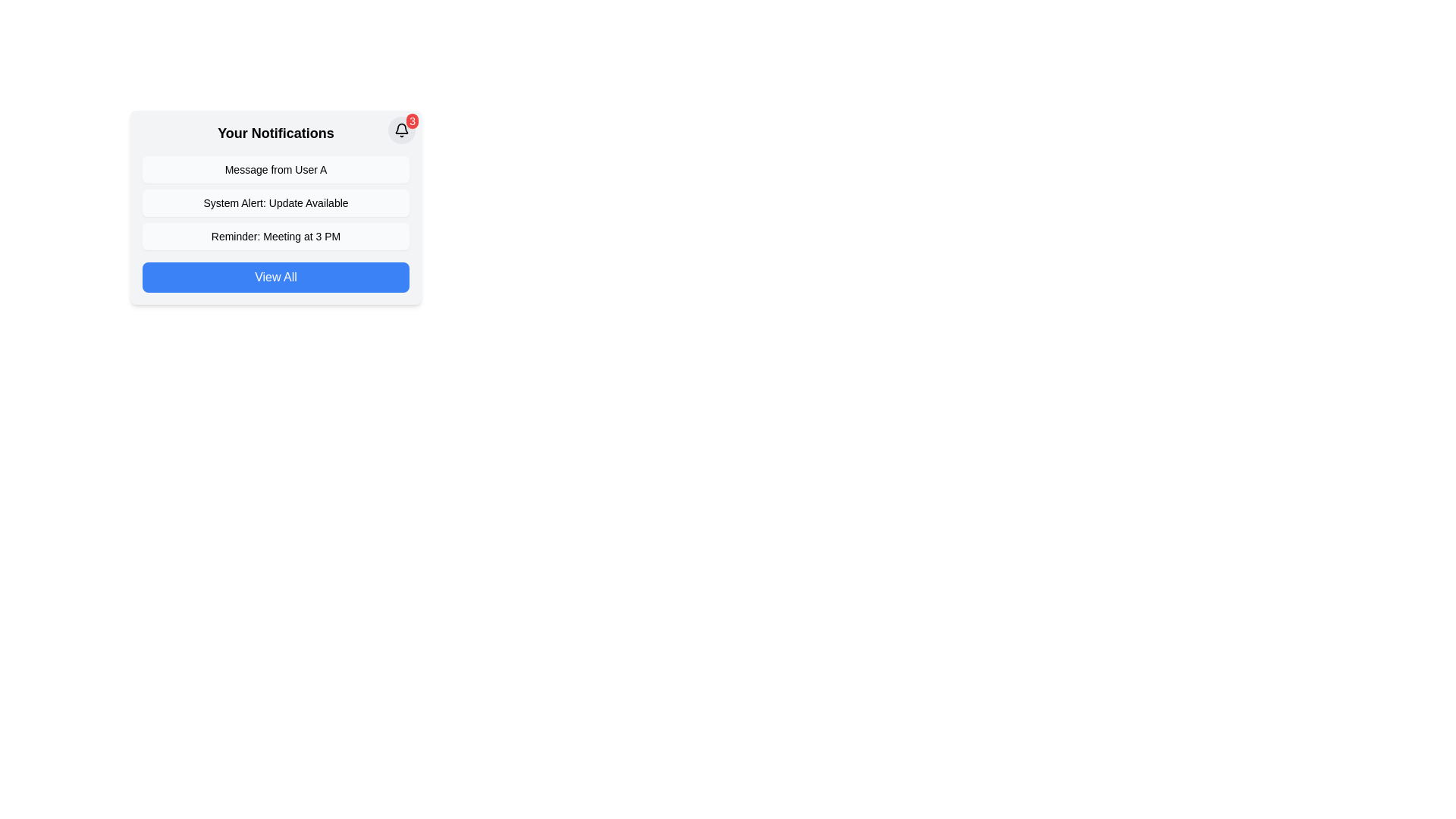 The width and height of the screenshot is (1456, 819). What do you see at coordinates (276, 278) in the screenshot?
I see `the blue rectangular button labeled 'View All'` at bounding box center [276, 278].